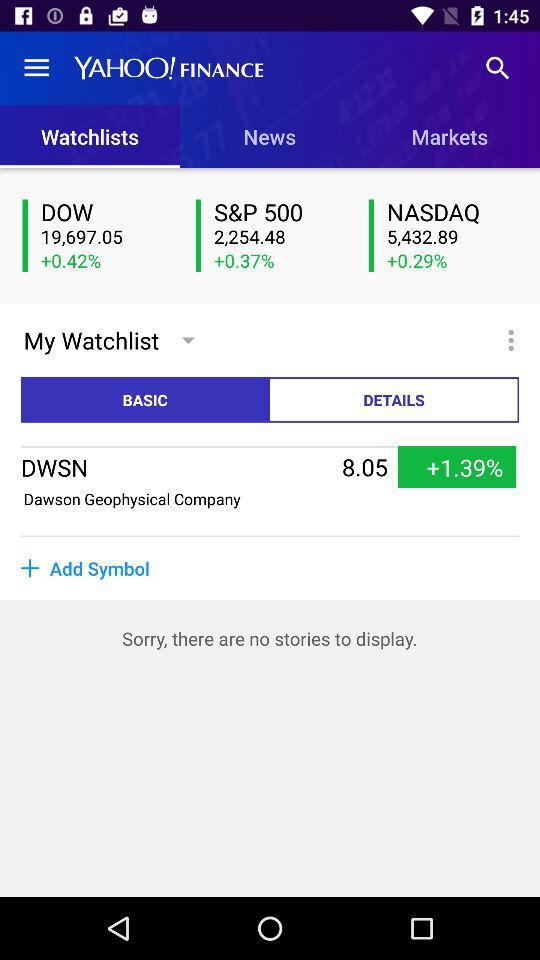  I want to click on the item to the left of 8.05, so click(132, 497).